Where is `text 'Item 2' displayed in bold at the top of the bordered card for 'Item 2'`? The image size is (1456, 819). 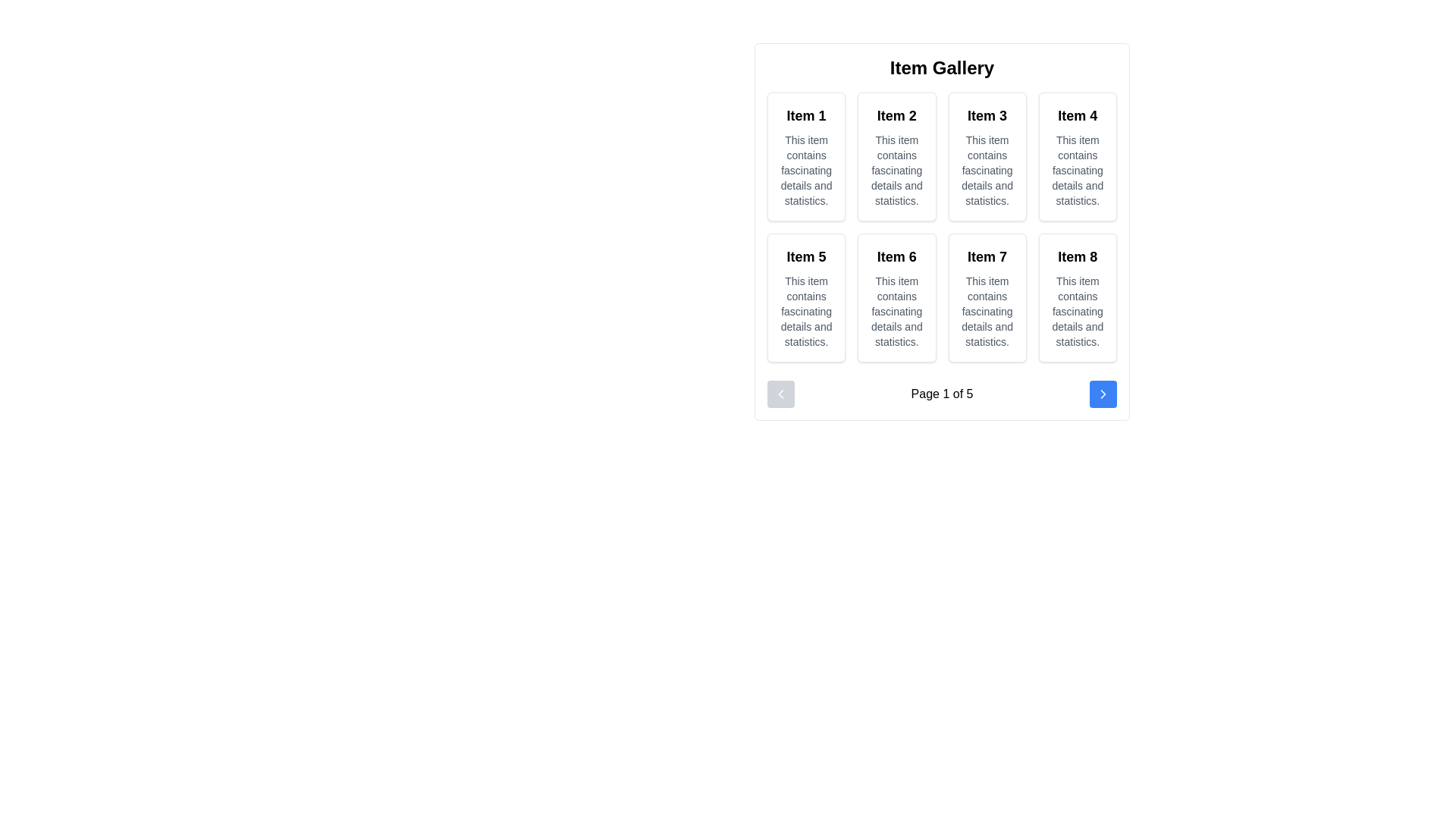
text 'Item 2' displayed in bold at the top of the bordered card for 'Item 2' is located at coordinates (896, 115).